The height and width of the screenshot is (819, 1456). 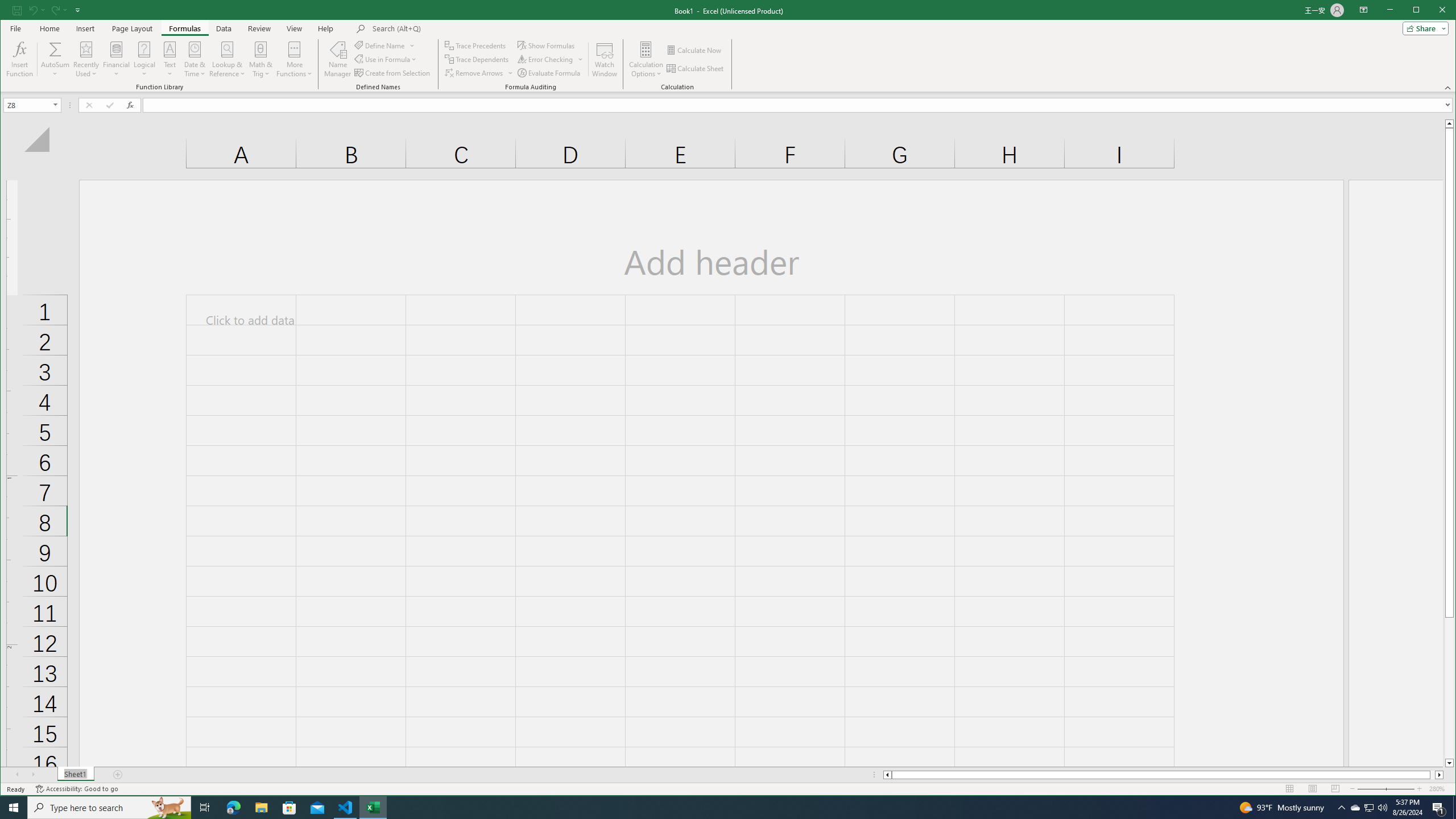 I want to click on 'Running applications', so click(x=717, y=806).